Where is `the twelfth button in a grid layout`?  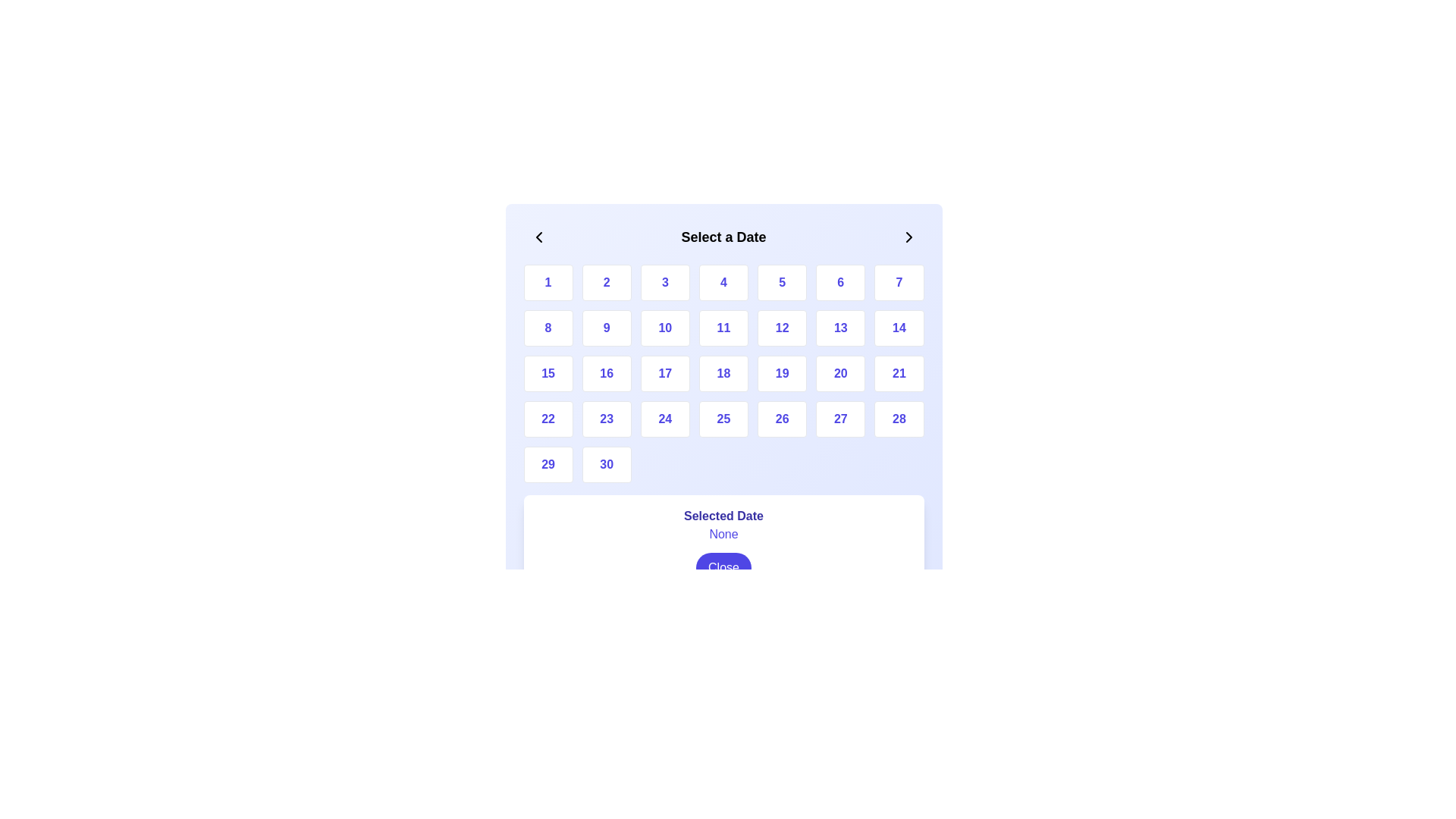
the twelfth button in a grid layout is located at coordinates (782, 327).